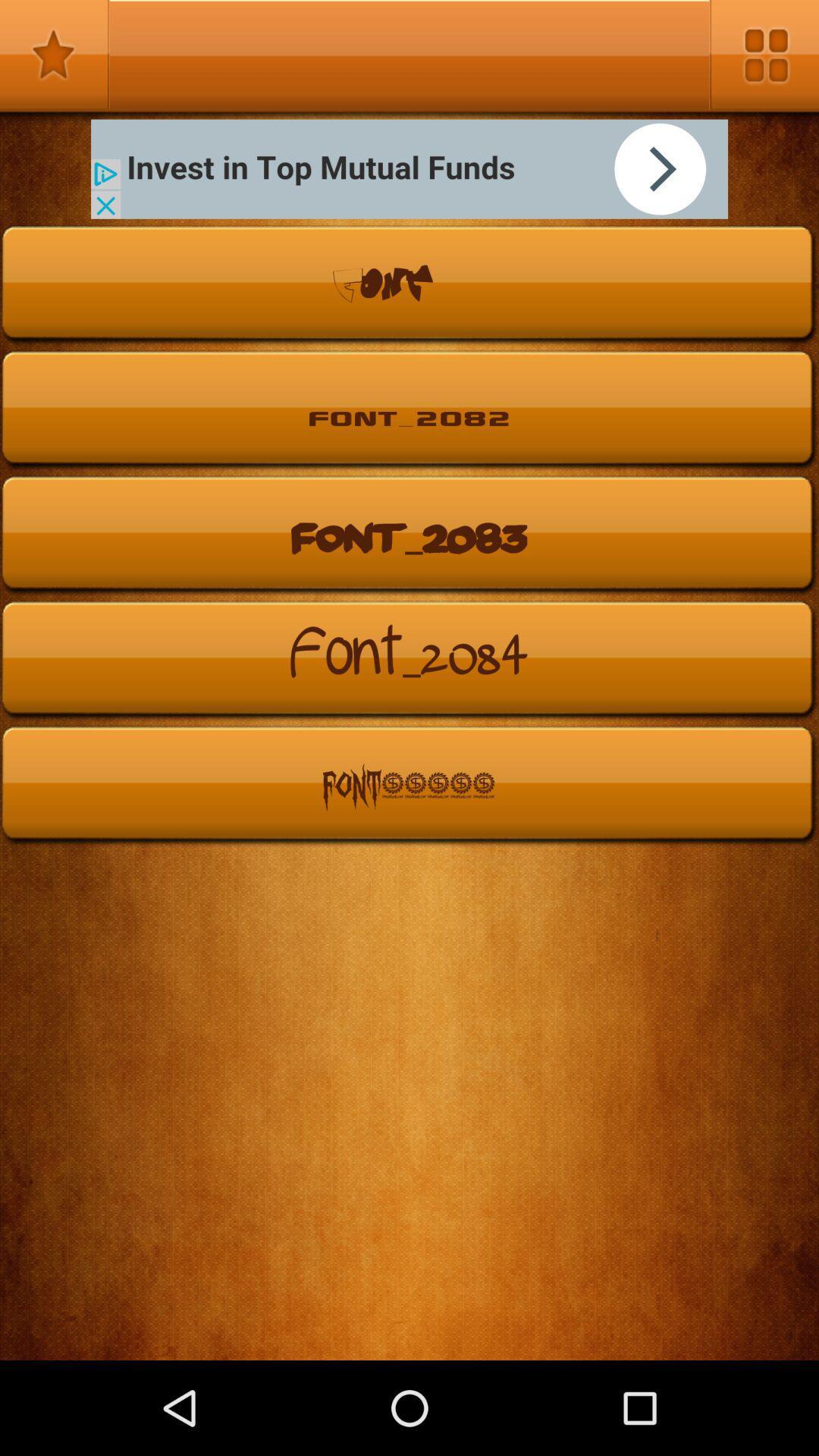 Image resolution: width=819 pixels, height=1456 pixels. I want to click on favorite, so click(54, 55).